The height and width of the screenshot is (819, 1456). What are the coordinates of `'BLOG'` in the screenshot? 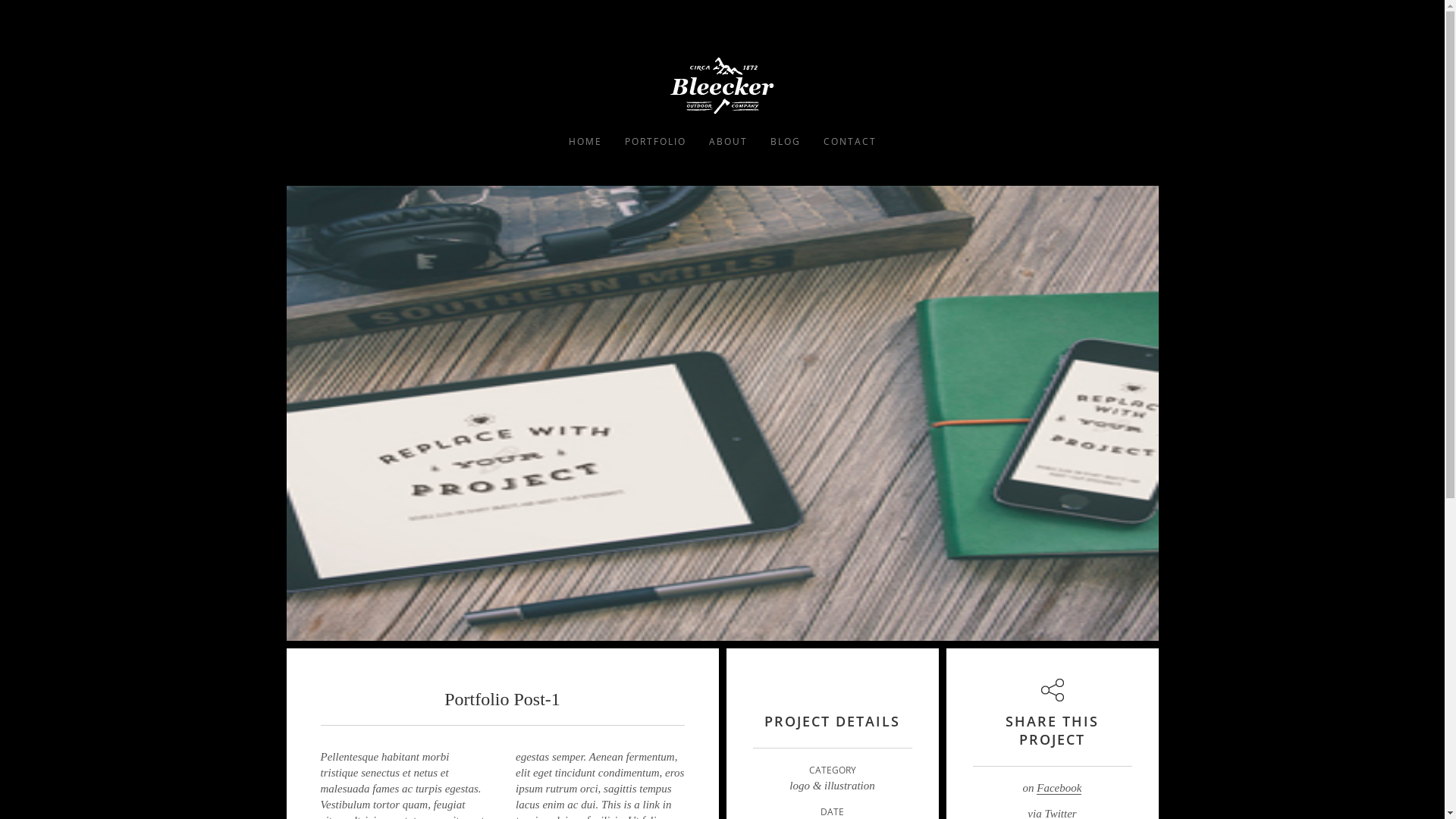 It's located at (785, 141).